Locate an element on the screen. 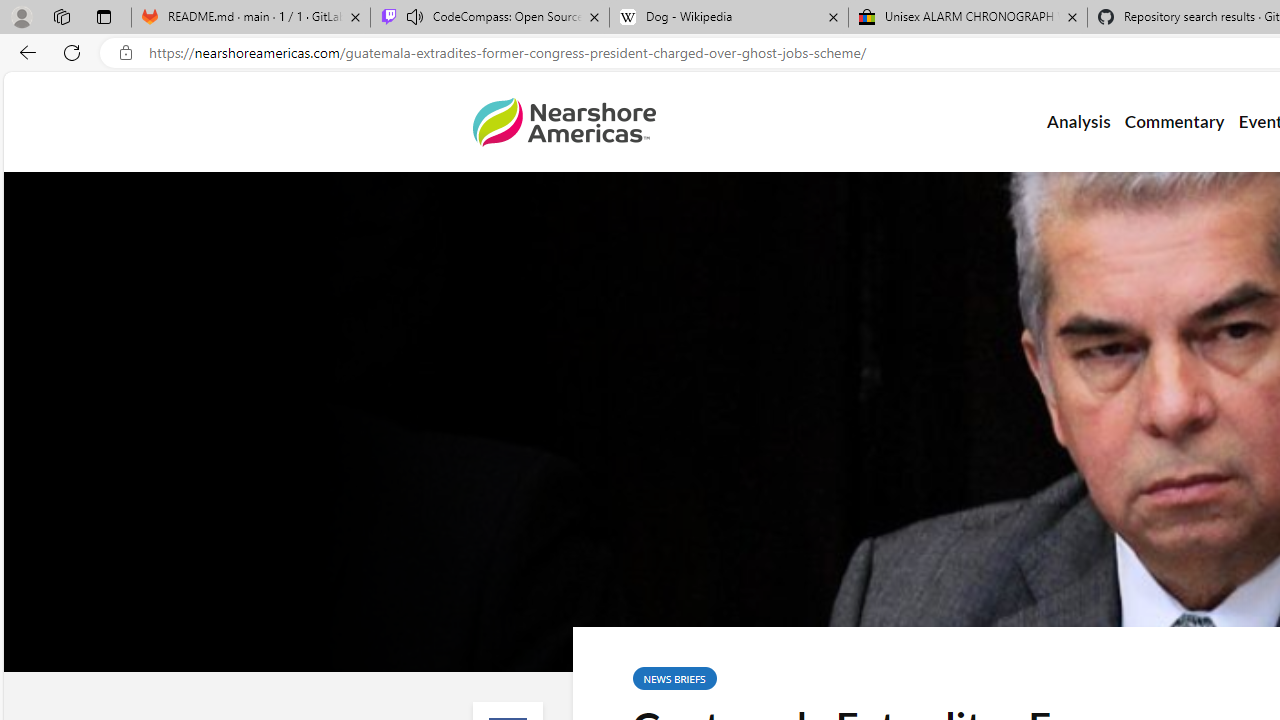 The image size is (1280, 720). 'Nearshore Americas' is located at coordinates (562, 122).